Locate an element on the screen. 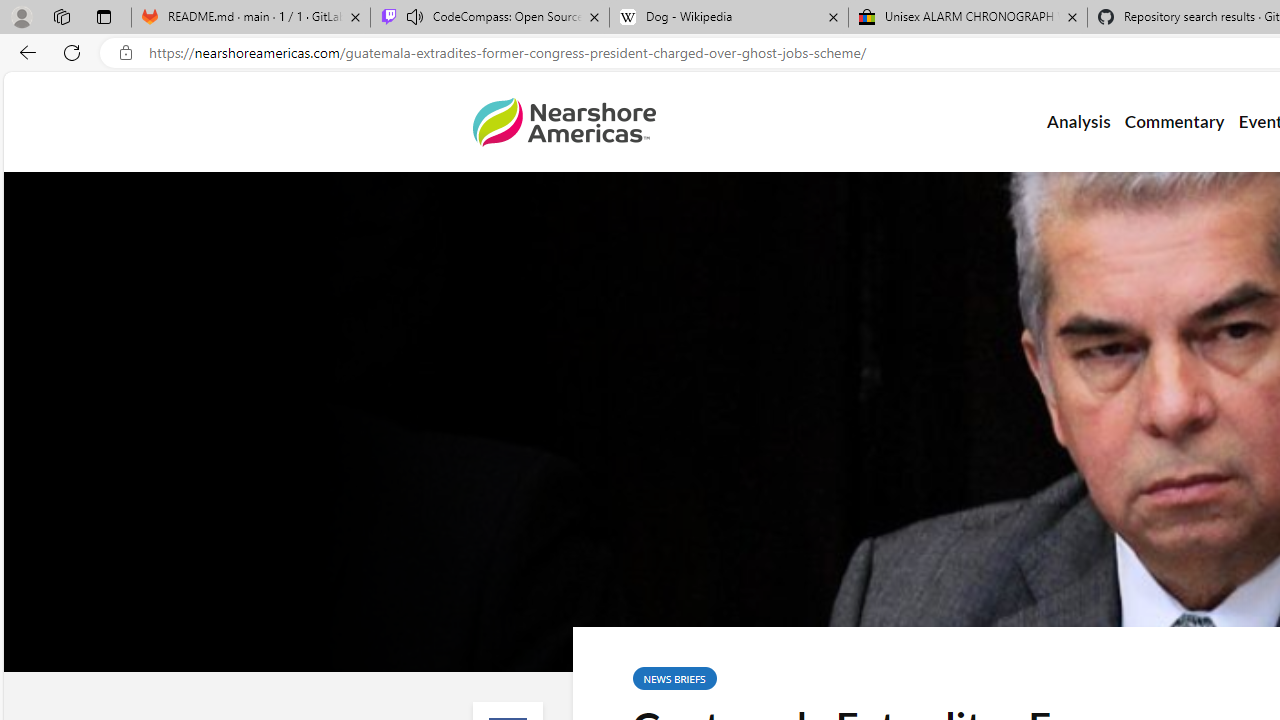 The image size is (1280, 720). 'Nearshore Americas' is located at coordinates (562, 122).